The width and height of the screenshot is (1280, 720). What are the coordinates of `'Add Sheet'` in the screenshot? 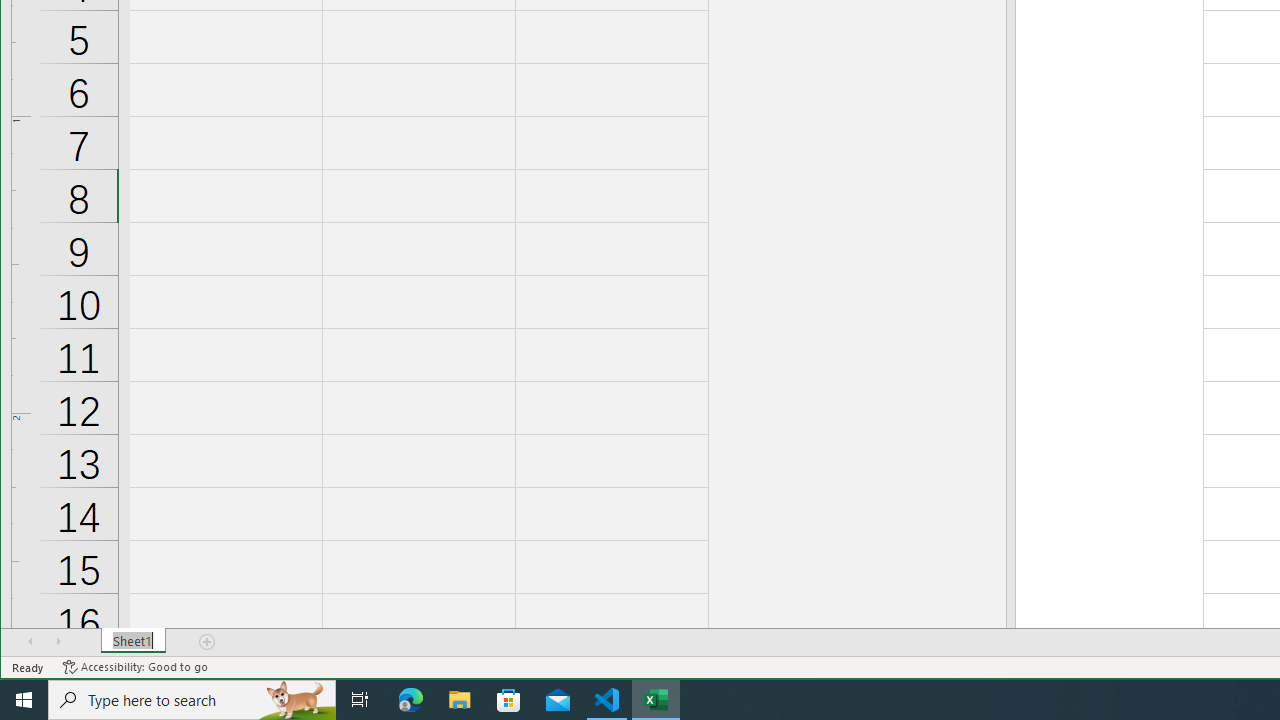 It's located at (208, 641).